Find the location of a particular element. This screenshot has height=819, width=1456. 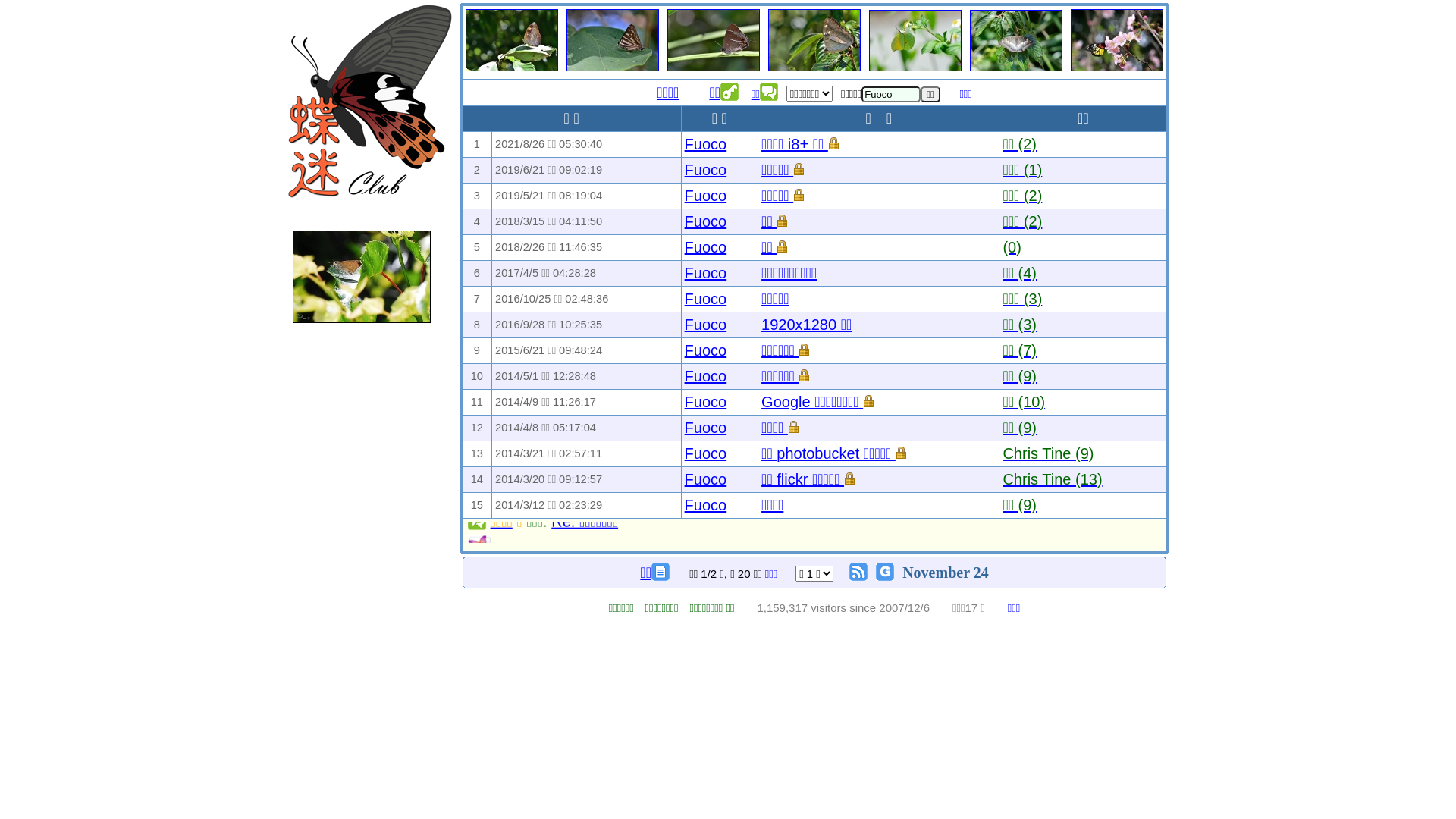

'Fuoco' is located at coordinates (705, 169).